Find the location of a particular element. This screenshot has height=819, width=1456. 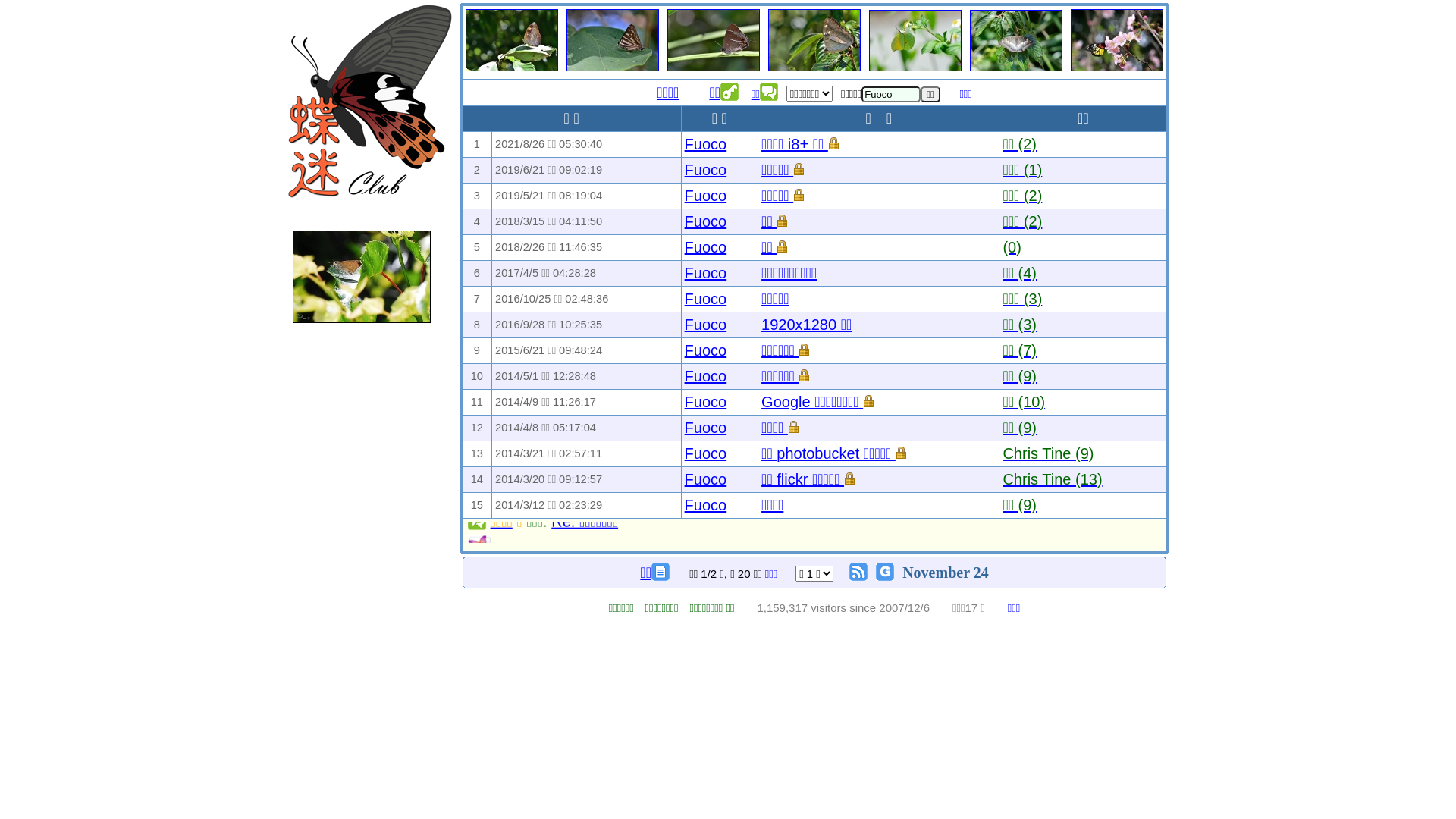

'Fuoco' is located at coordinates (705, 169).